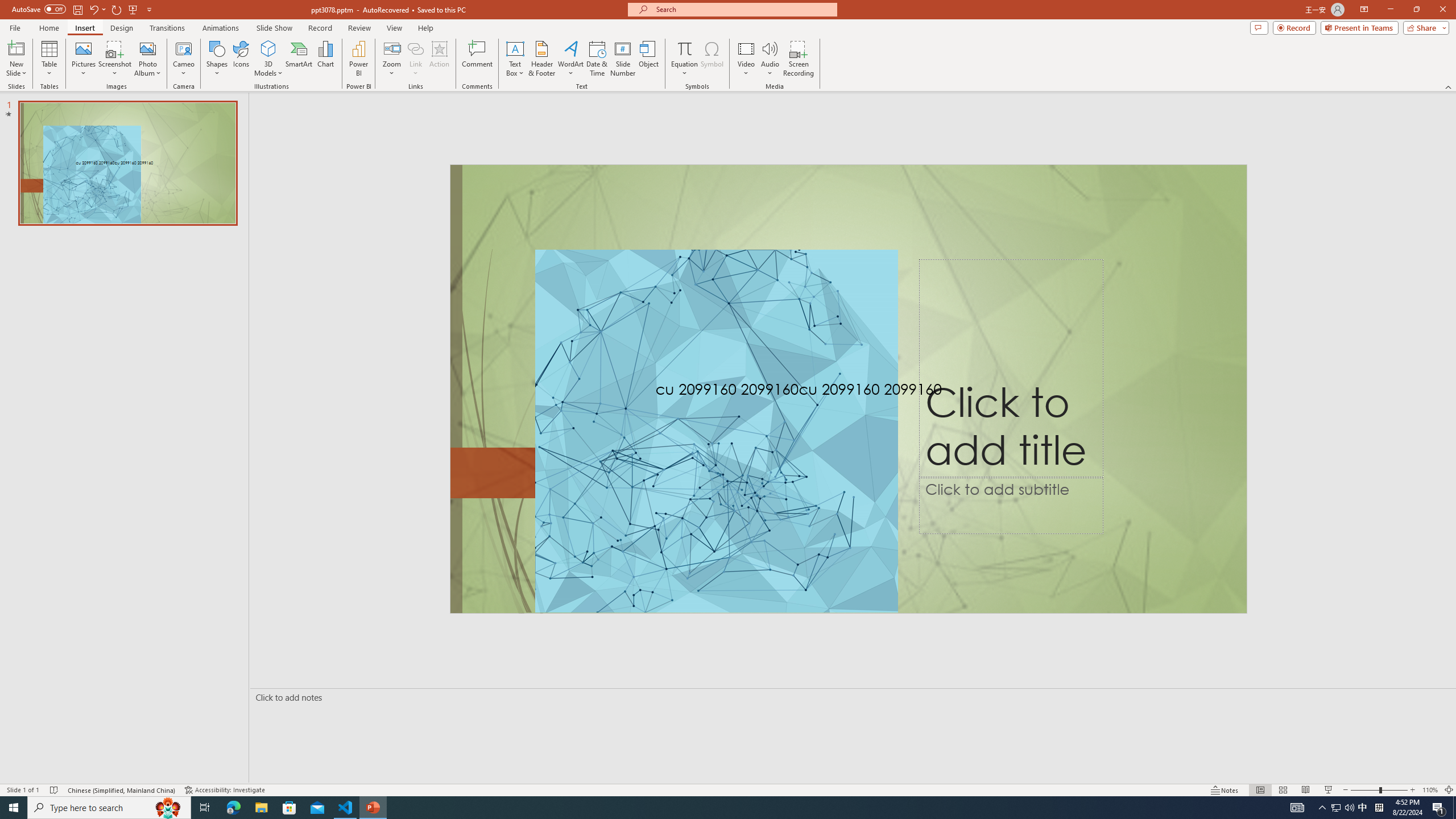 This screenshot has width=1456, height=819. I want to click on 'Chart...', so click(325, 59).